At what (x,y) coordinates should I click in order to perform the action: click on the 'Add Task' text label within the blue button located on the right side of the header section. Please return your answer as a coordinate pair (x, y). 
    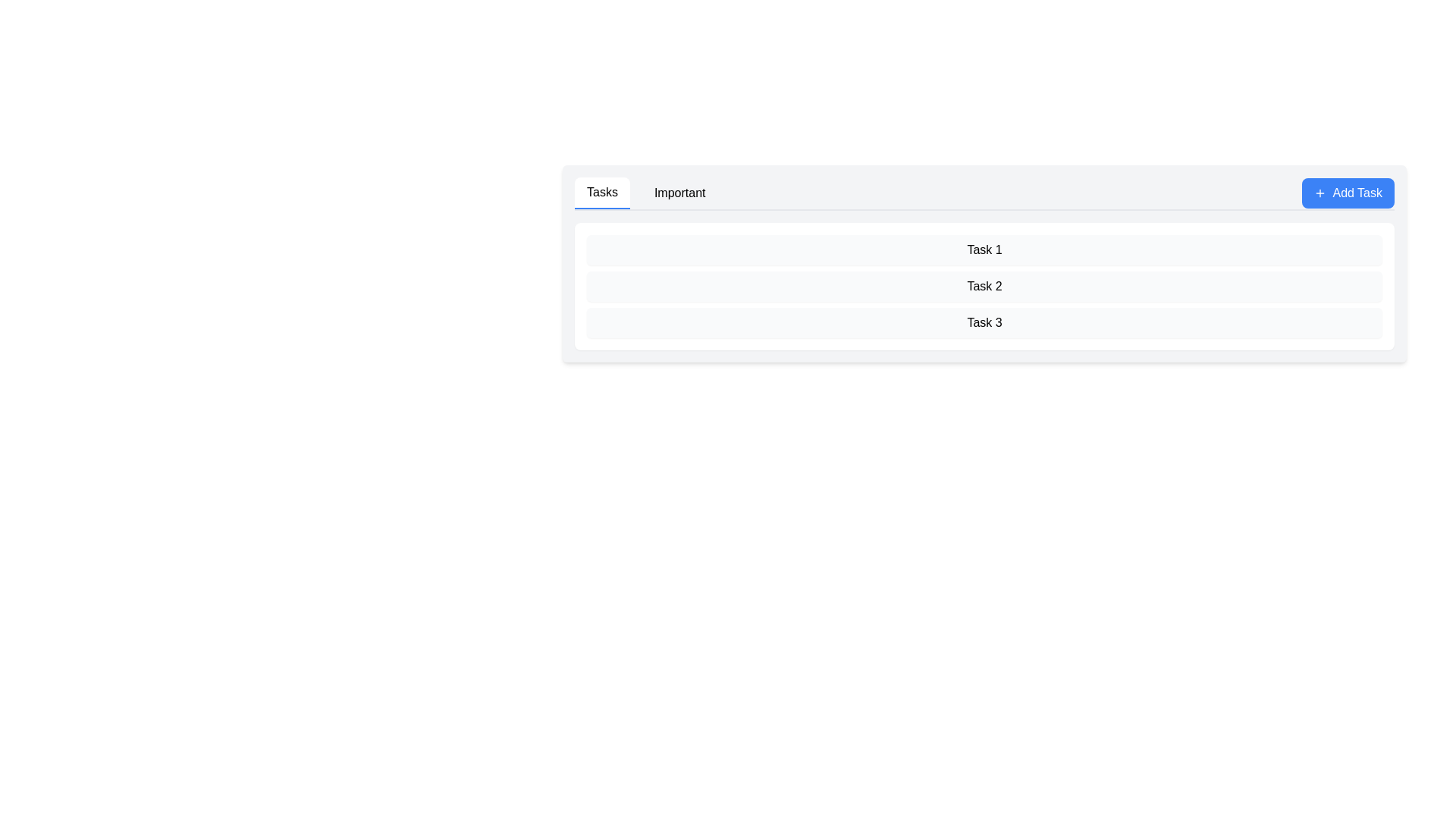
    Looking at the image, I should click on (1357, 192).